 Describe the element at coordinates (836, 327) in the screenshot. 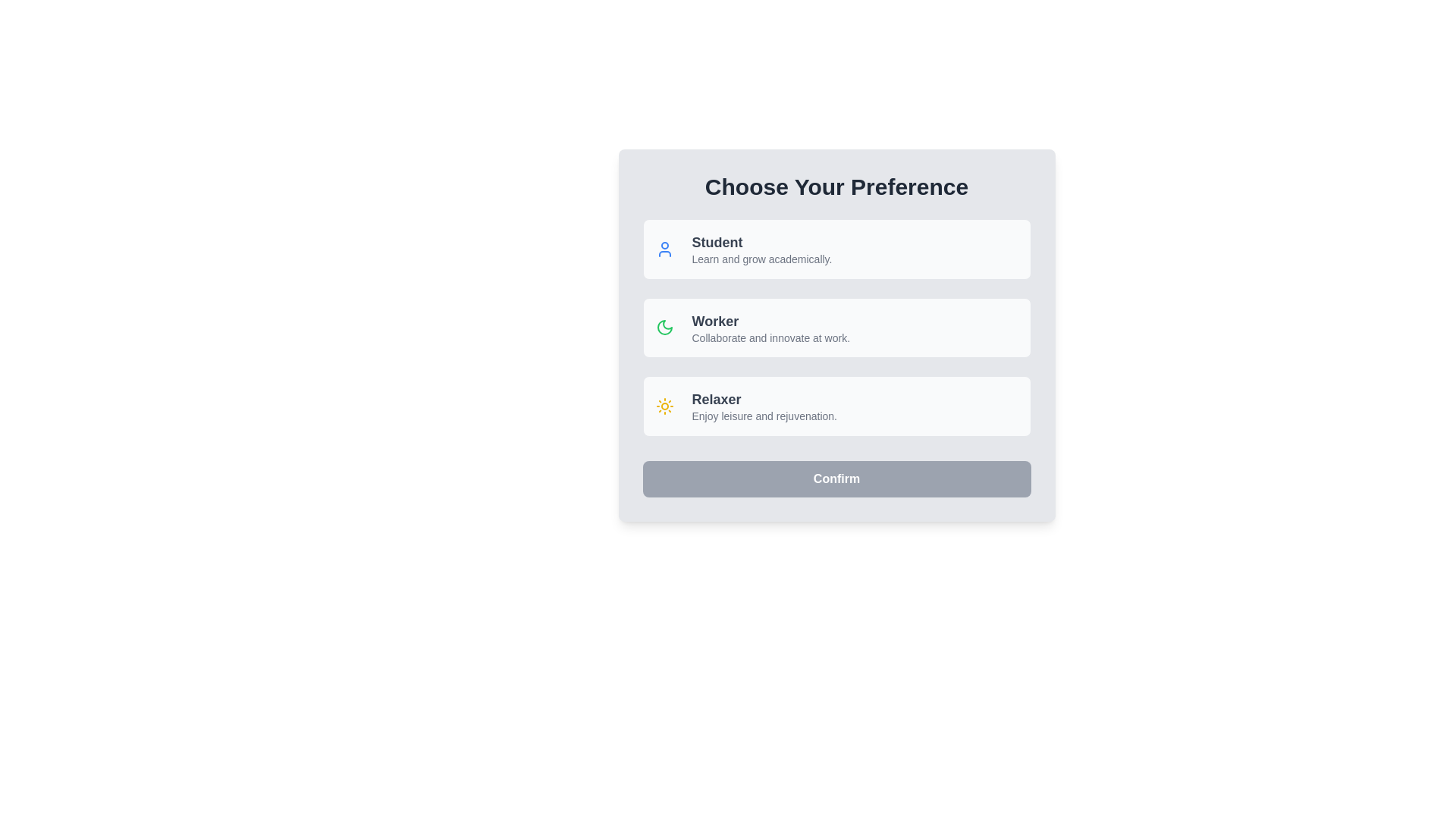

I see `one of the individual options in the group of selectable options located centrally below the title 'Choose Your Preference'` at that location.